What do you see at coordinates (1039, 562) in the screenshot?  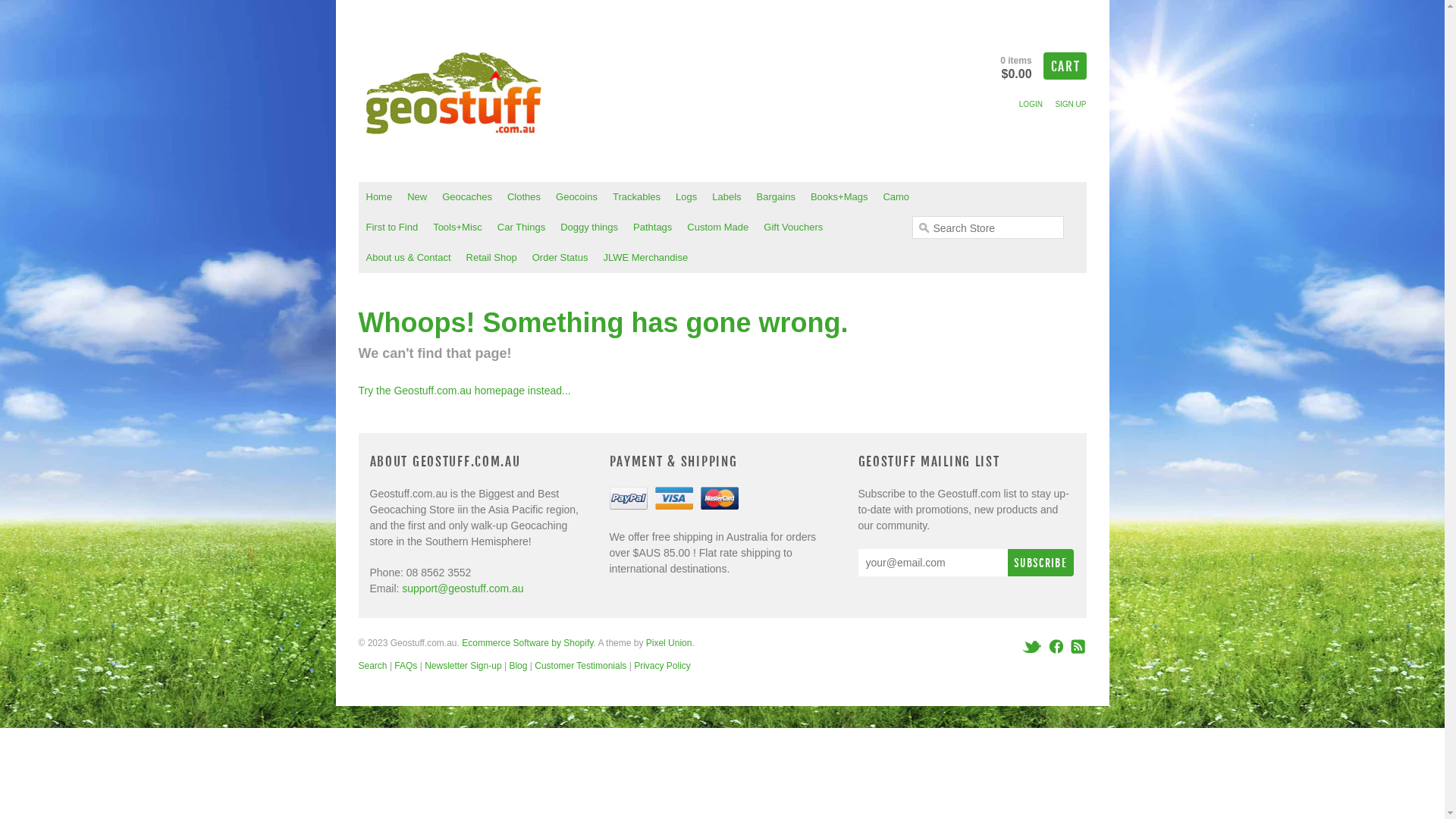 I see `'Subscribe'` at bounding box center [1039, 562].